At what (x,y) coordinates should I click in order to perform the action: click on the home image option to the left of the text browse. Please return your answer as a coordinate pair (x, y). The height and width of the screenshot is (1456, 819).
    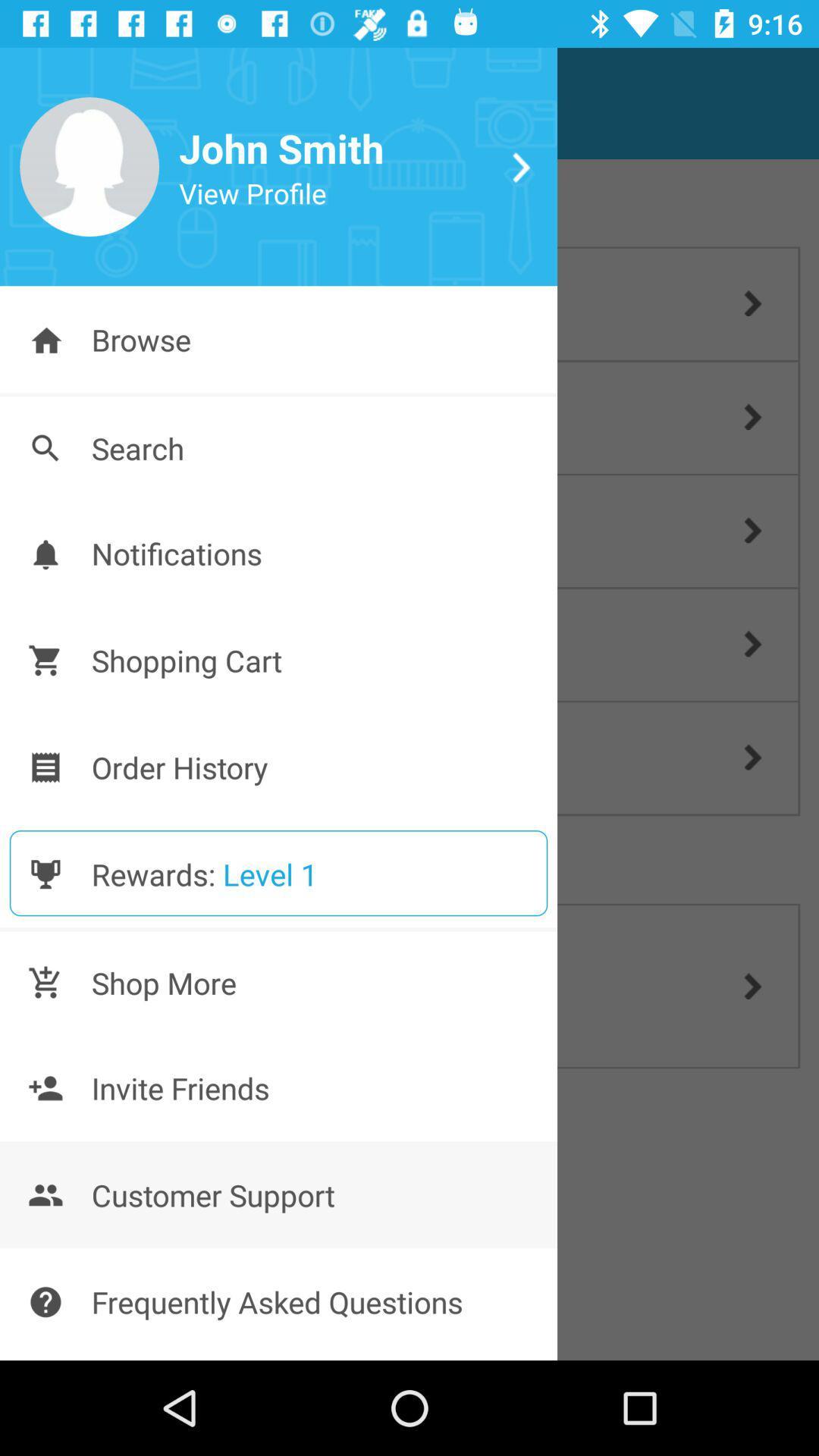
    Looking at the image, I should click on (45, 338).